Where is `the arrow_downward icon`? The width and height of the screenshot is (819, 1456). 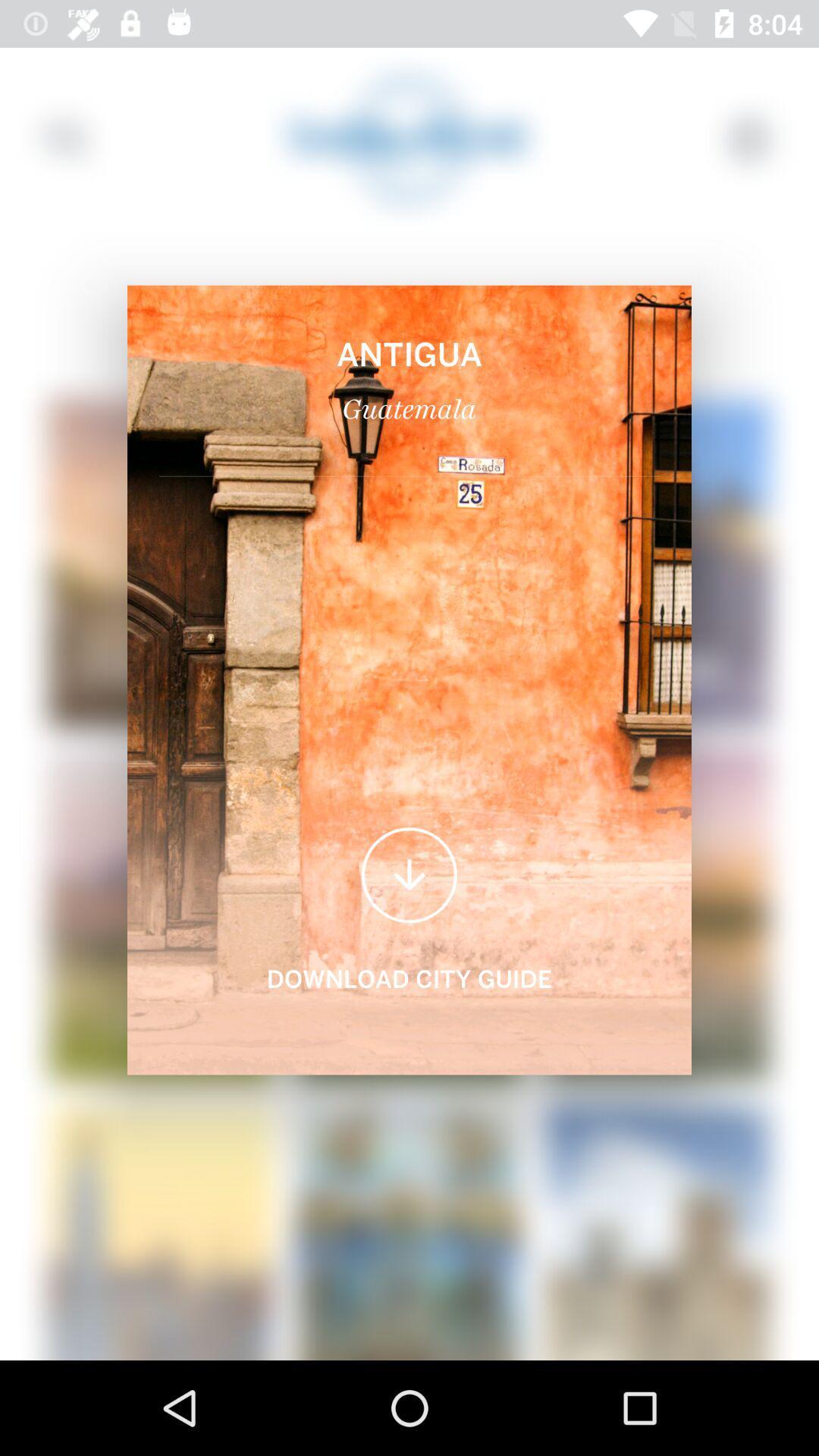 the arrow_downward icon is located at coordinates (409, 875).